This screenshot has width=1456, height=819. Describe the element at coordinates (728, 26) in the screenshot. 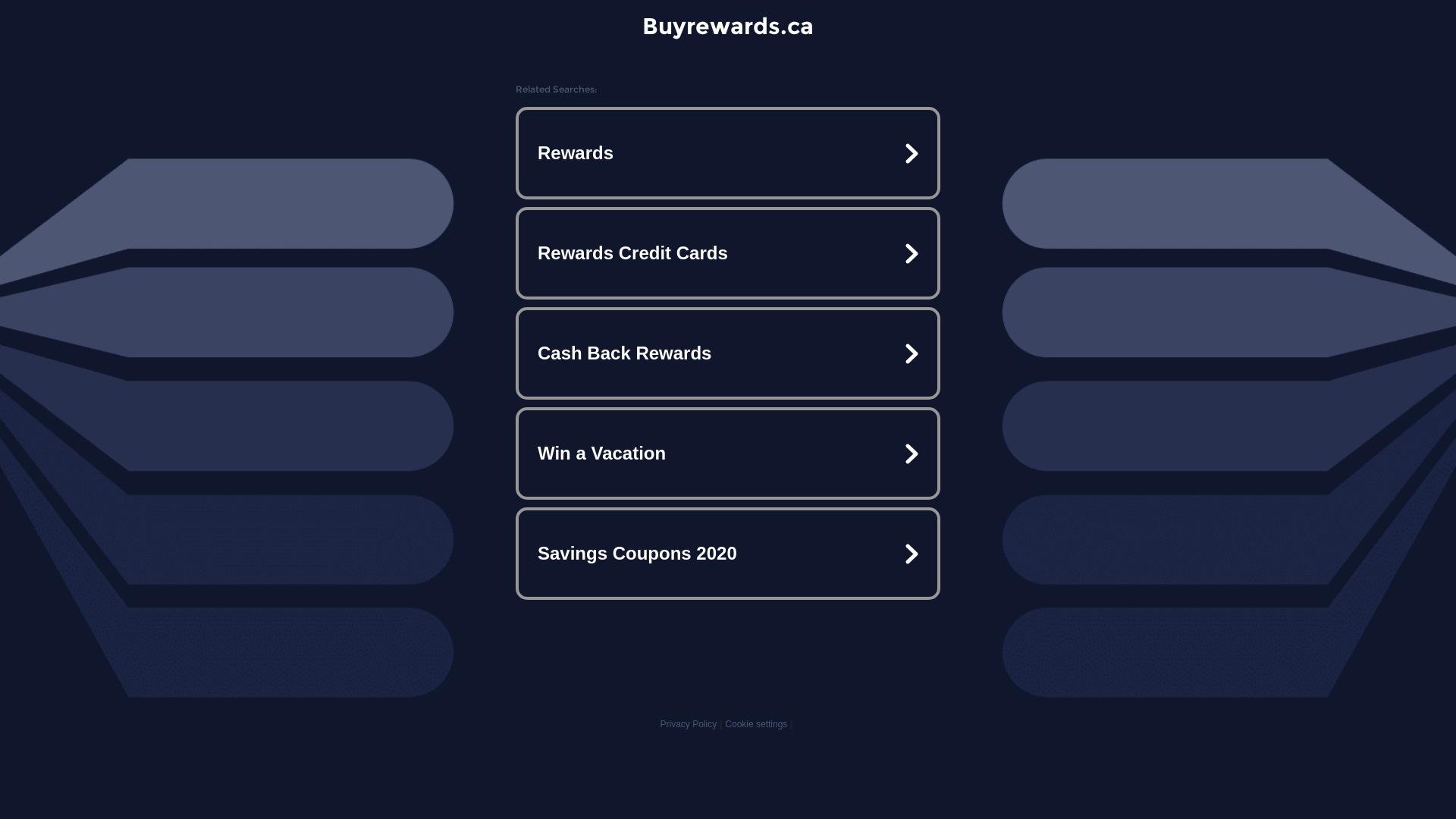

I see `'Buyrewards.ca'` at that location.